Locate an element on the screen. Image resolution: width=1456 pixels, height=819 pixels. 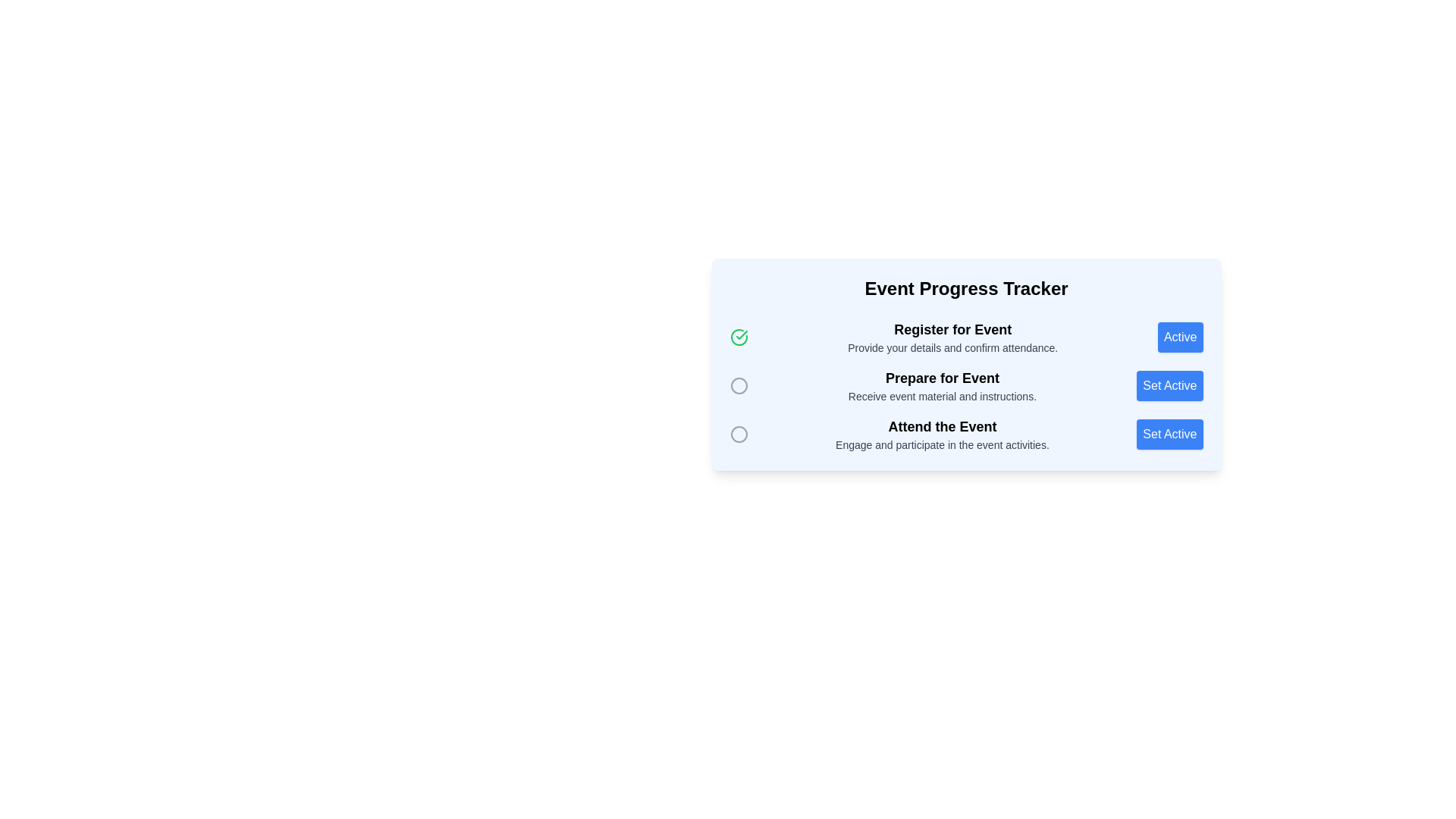
event preparation details from the composite element titled 'Prepare for Event', which includes descriptive text and a status indicator icon is located at coordinates (965, 385).